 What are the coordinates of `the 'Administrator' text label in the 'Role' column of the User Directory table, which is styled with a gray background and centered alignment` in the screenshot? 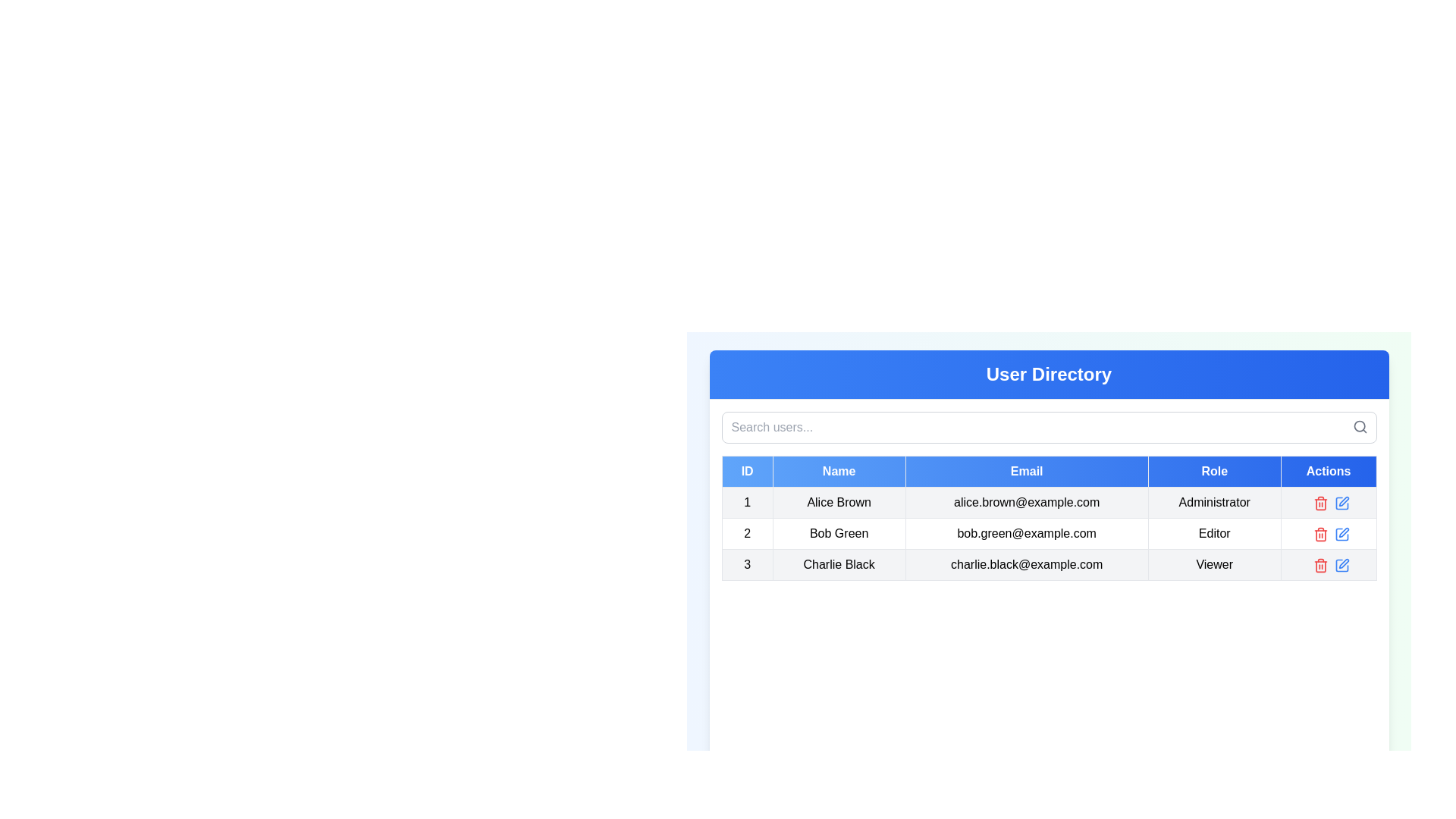 It's located at (1214, 503).